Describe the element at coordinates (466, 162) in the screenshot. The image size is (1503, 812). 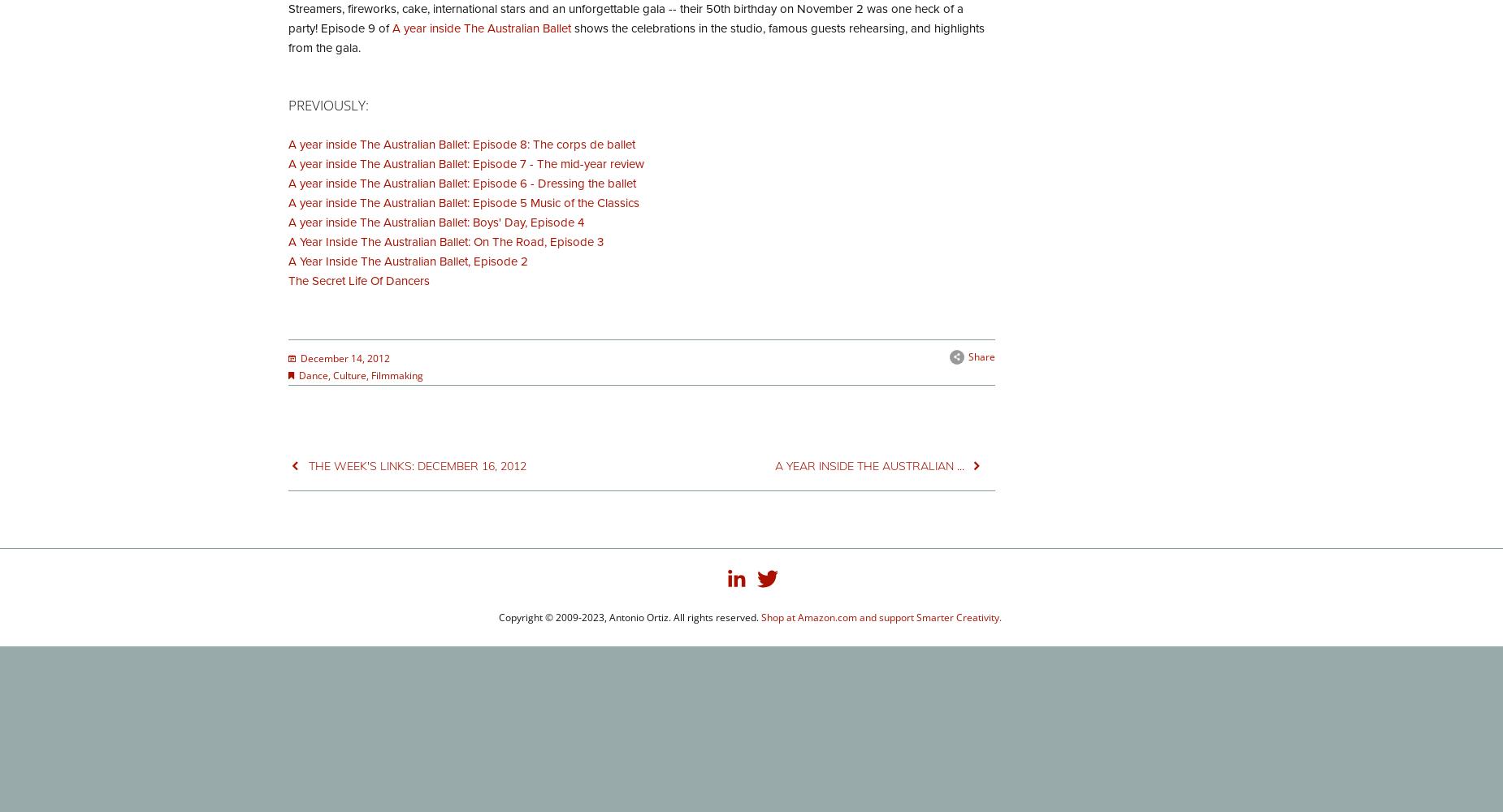
I see `'A year inside The Australian Ballet: Episode 7 - The mid-year review'` at that location.